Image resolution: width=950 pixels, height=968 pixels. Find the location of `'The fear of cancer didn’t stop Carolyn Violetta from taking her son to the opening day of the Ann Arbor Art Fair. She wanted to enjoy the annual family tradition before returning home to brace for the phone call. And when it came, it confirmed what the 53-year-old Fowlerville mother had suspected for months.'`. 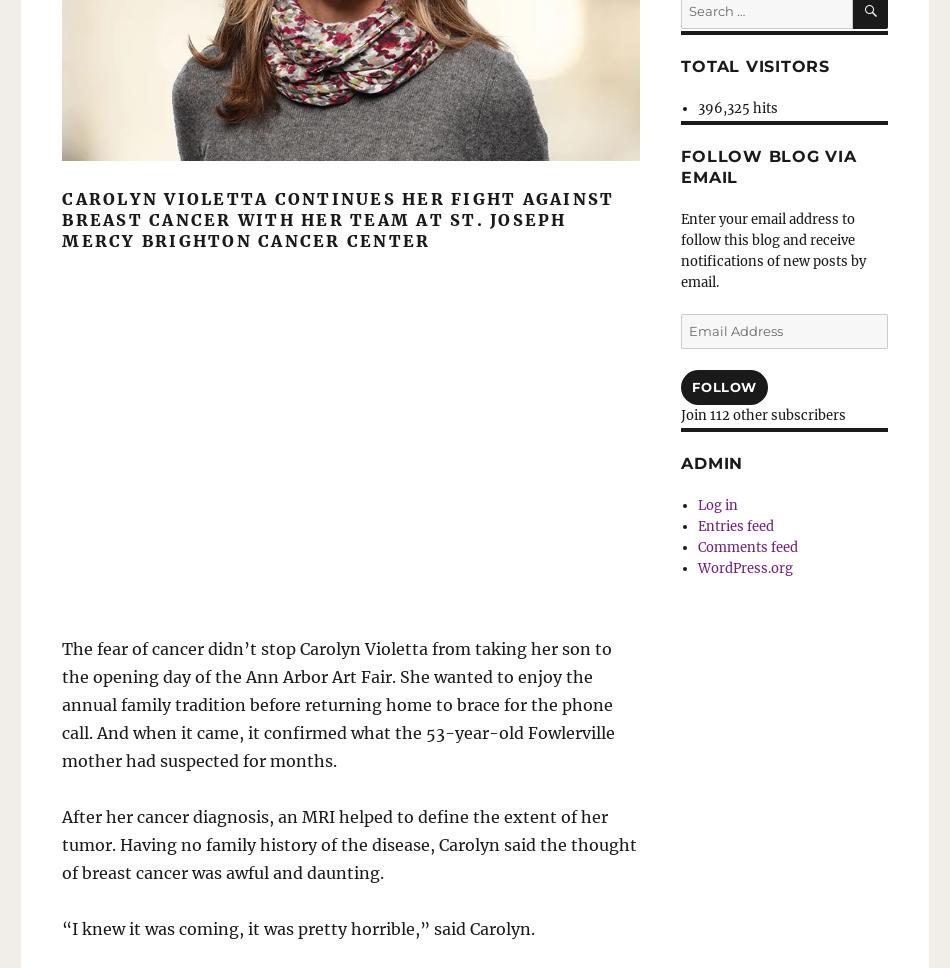

'The fear of cancer didn’t stop Carolyn Violetta from taking her son to the opening day of the Ann Arbor Art Fair. She wanted to enjoy the annual family tradition before returning home to brace for the phone call. And when it came, it confirmed what the 53-year-old Fowlerville mother had suspected for months.' is located at coordinates (337, 703).